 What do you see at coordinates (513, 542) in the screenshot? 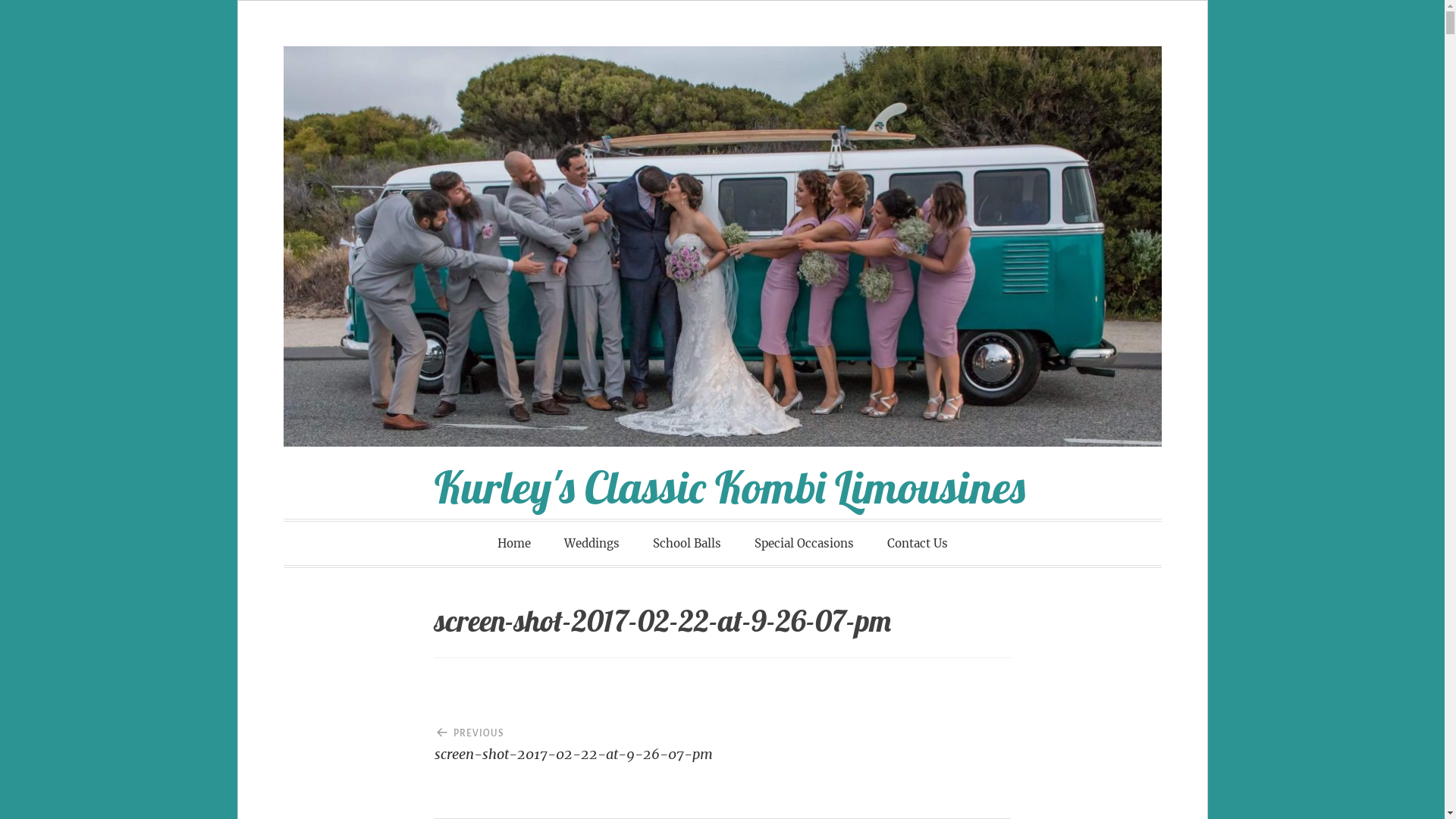
I see `'Home'` at bounding box center [513, 542].